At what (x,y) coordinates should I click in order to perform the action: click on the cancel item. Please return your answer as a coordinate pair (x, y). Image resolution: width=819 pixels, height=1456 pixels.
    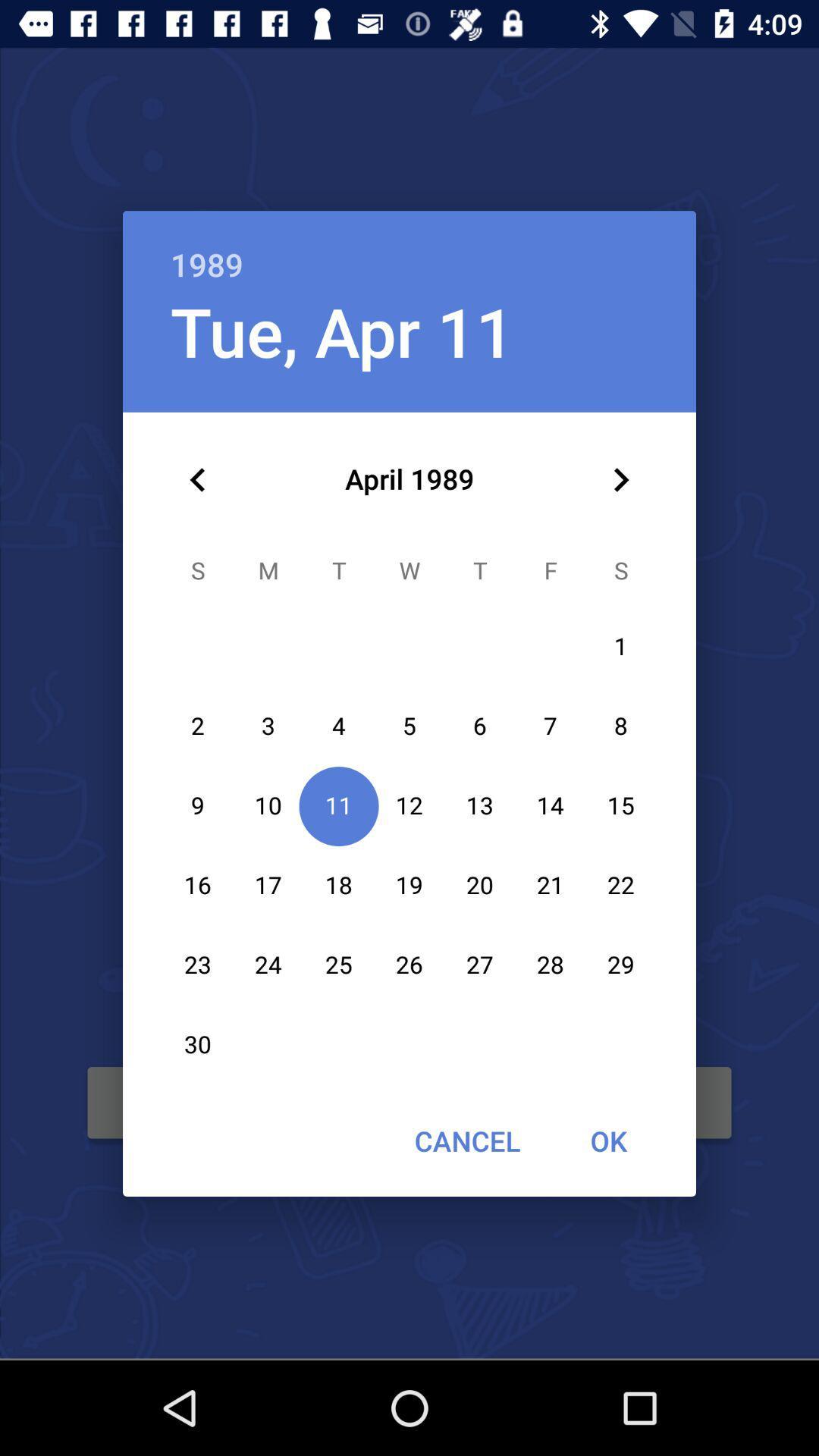
    Looking at the image, I should click on (466, 1141).